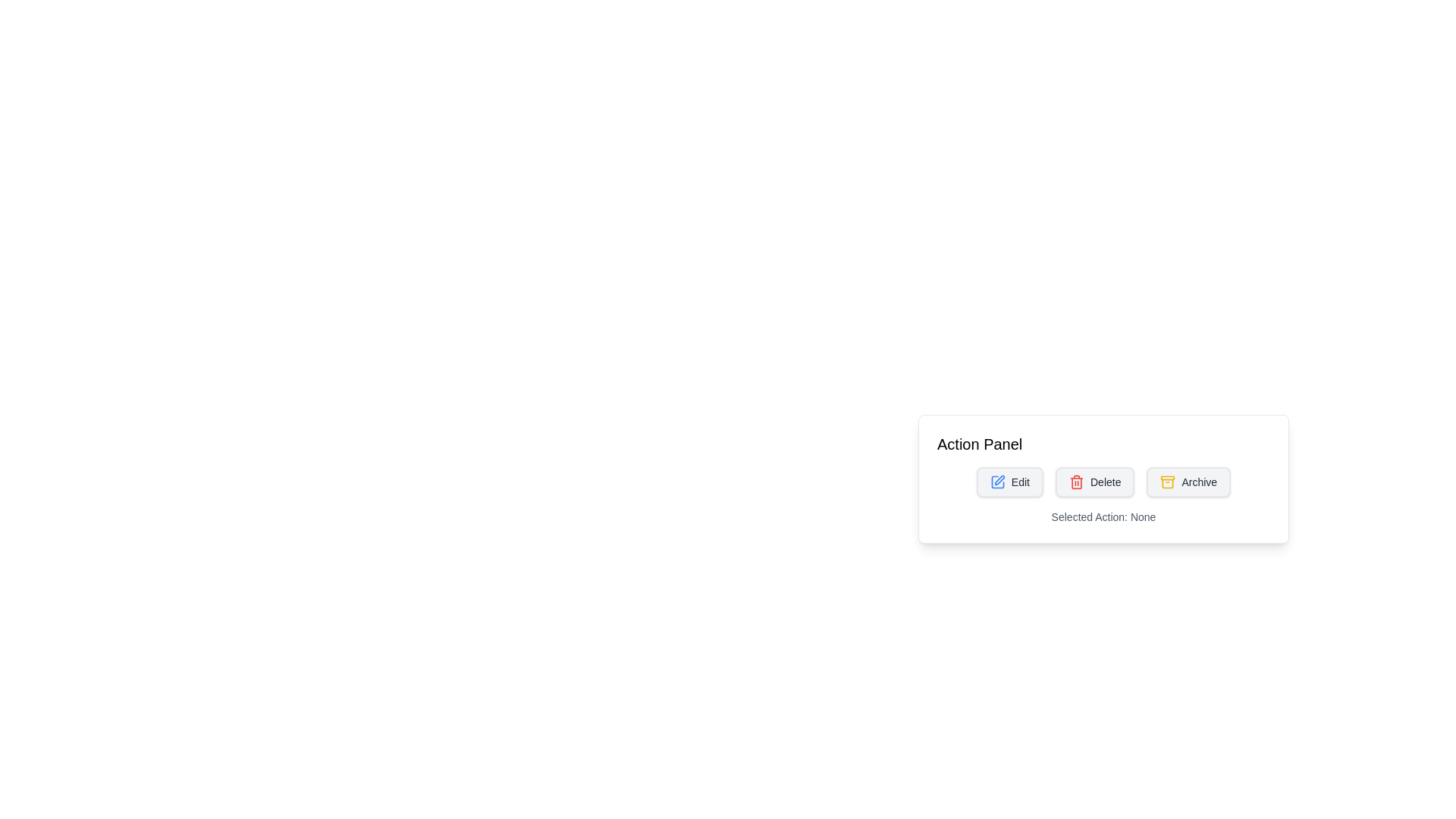 The height and width of the screenshot is (819, 1456). Describe the element at coordinates (1009, 482) in the screenshot. I see `the 'Edit' button, which features a blue pencil icon and gray text, located in the Action Panel` at that location.